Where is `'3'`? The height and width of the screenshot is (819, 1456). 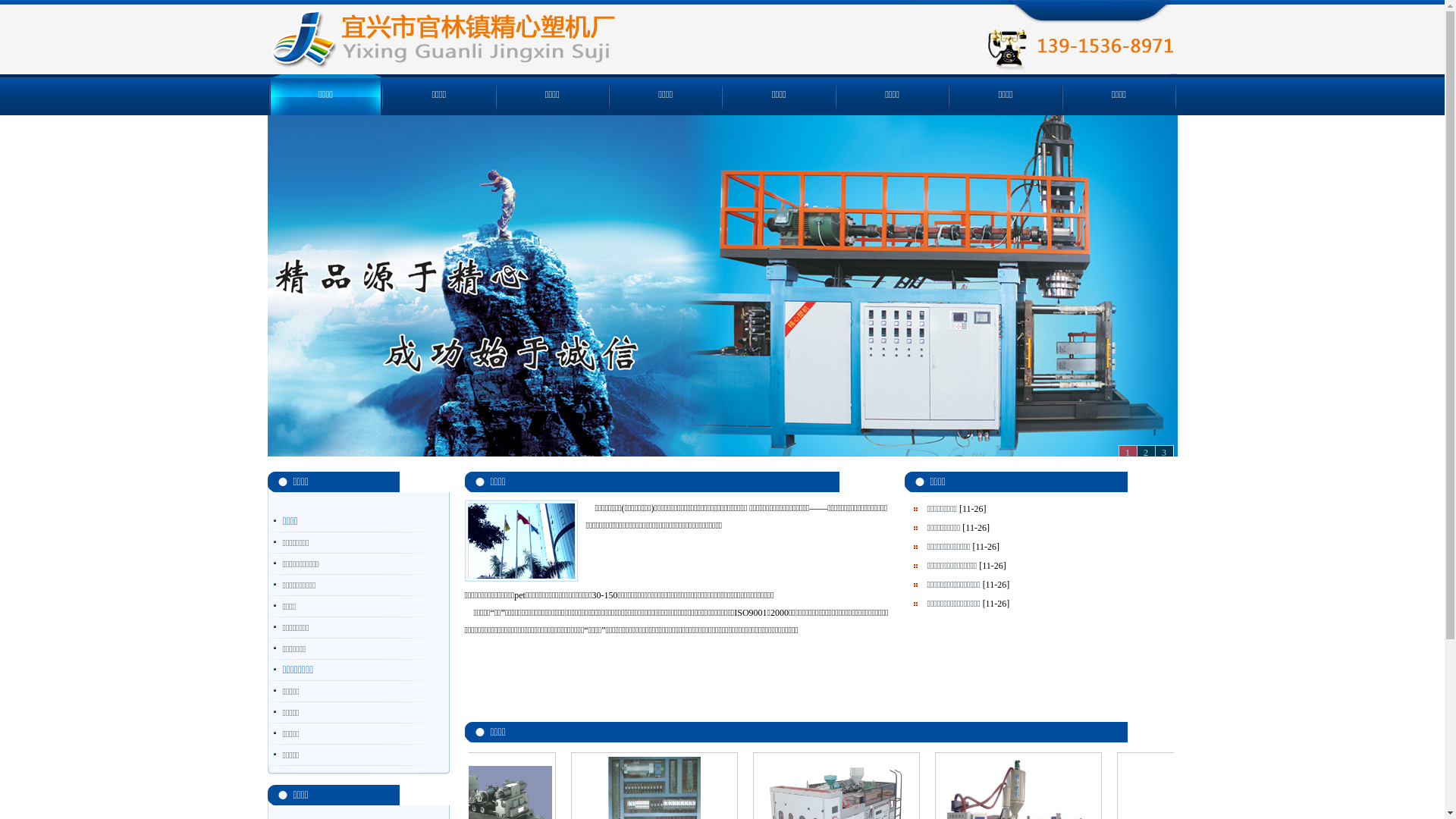
'3' is located at coordinates (1163, 451).